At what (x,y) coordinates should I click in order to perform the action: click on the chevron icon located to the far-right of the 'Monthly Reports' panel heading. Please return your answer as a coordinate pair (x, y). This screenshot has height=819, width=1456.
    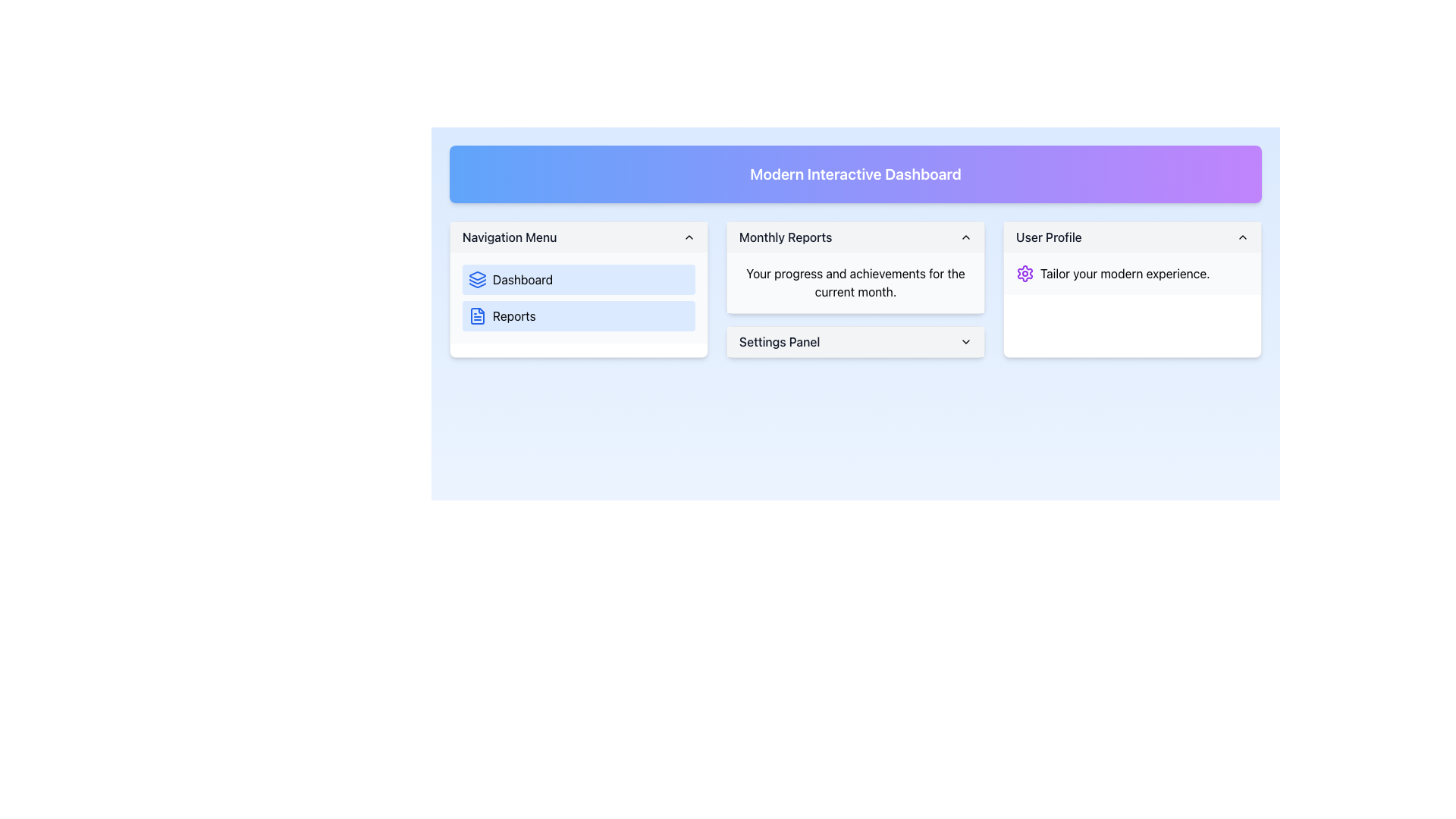
    Looking at the image, I should click on (965, 237).